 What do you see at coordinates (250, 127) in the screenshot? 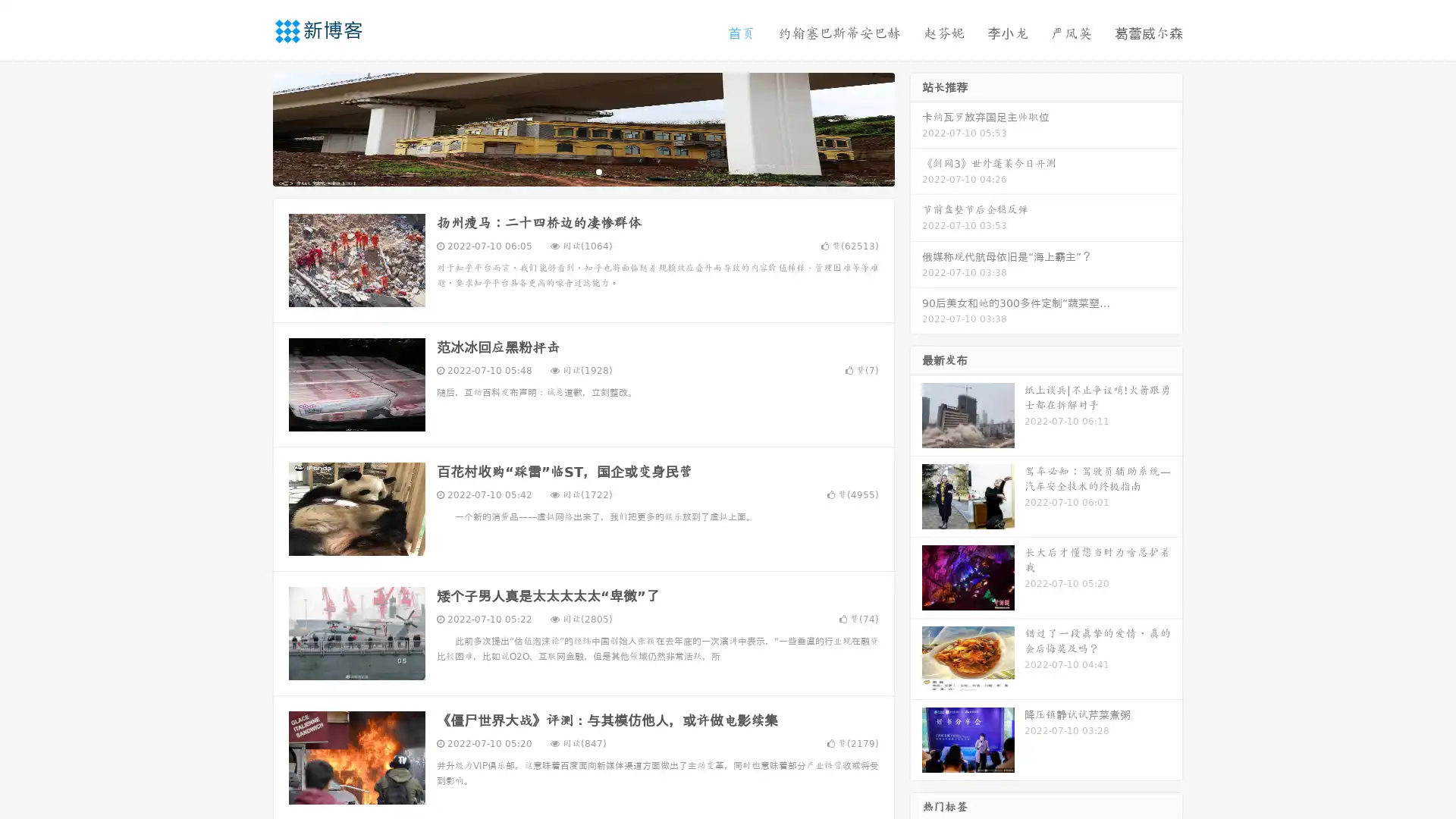
I see `Previous slide` at bounding box center [250, 127].